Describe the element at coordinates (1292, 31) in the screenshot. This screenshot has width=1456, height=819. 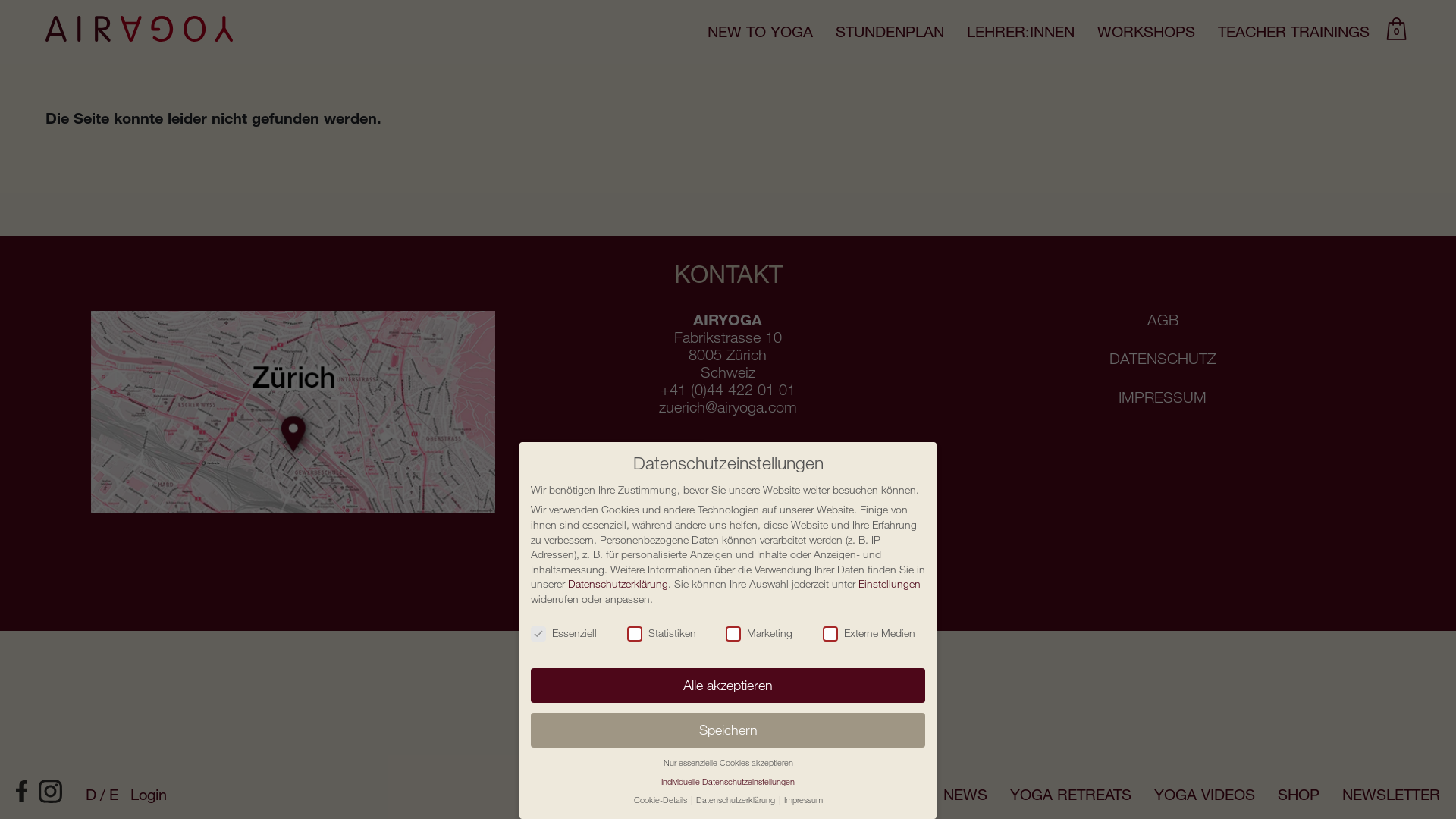
I see `'TEACHER TRAININGS'` at that location.